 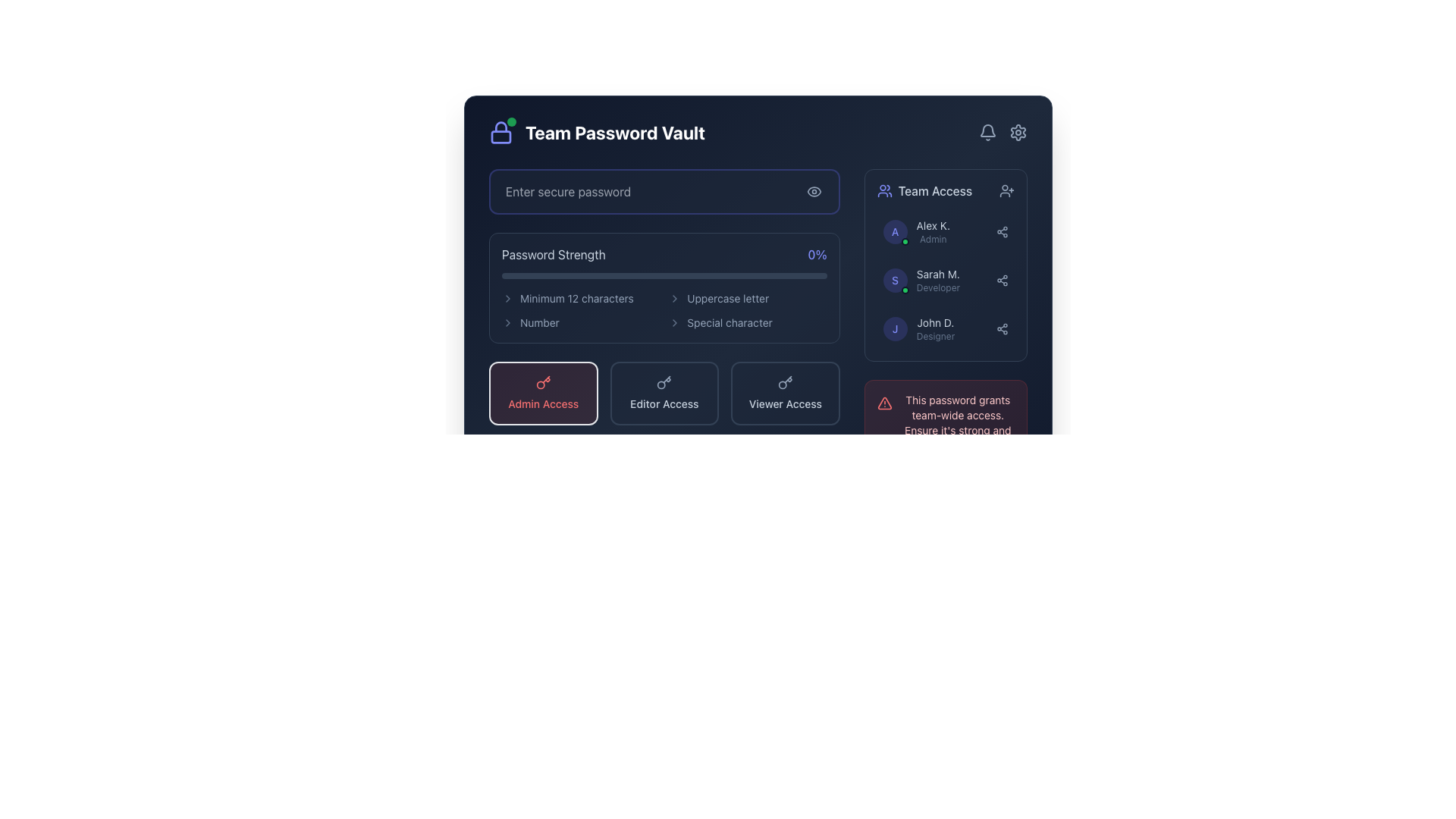 What do you see at coordinates (813, 191) in the screenshot?
I see `the top component of the eye-shaped SVG icon that serves as a visibility toggle for the password entry, located at the end of the 'Enter secure password' input field` at bounding box center [813, 191].